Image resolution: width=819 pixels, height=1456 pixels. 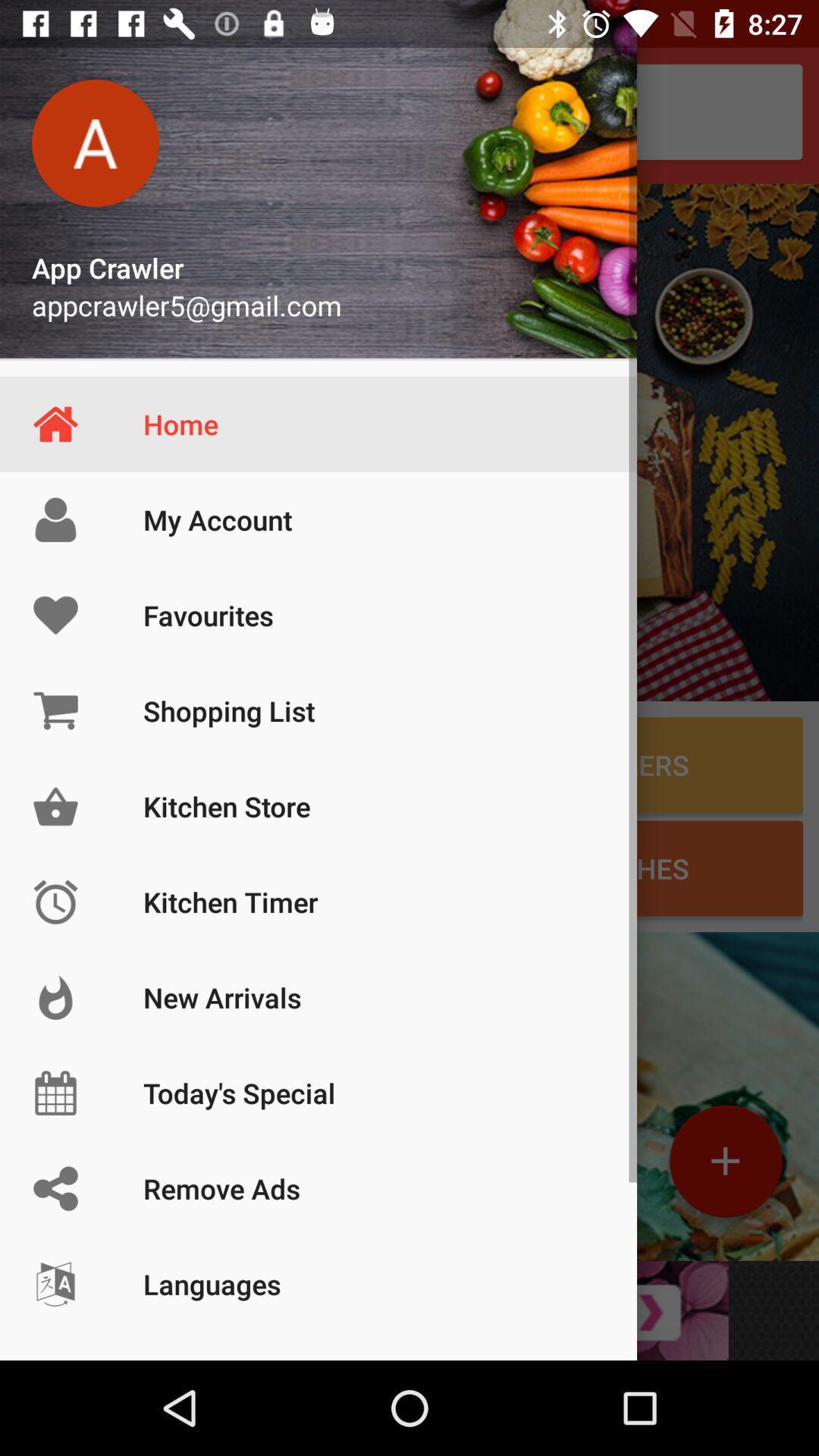 I want to click on the add icon, so click(x=724, y=1166).